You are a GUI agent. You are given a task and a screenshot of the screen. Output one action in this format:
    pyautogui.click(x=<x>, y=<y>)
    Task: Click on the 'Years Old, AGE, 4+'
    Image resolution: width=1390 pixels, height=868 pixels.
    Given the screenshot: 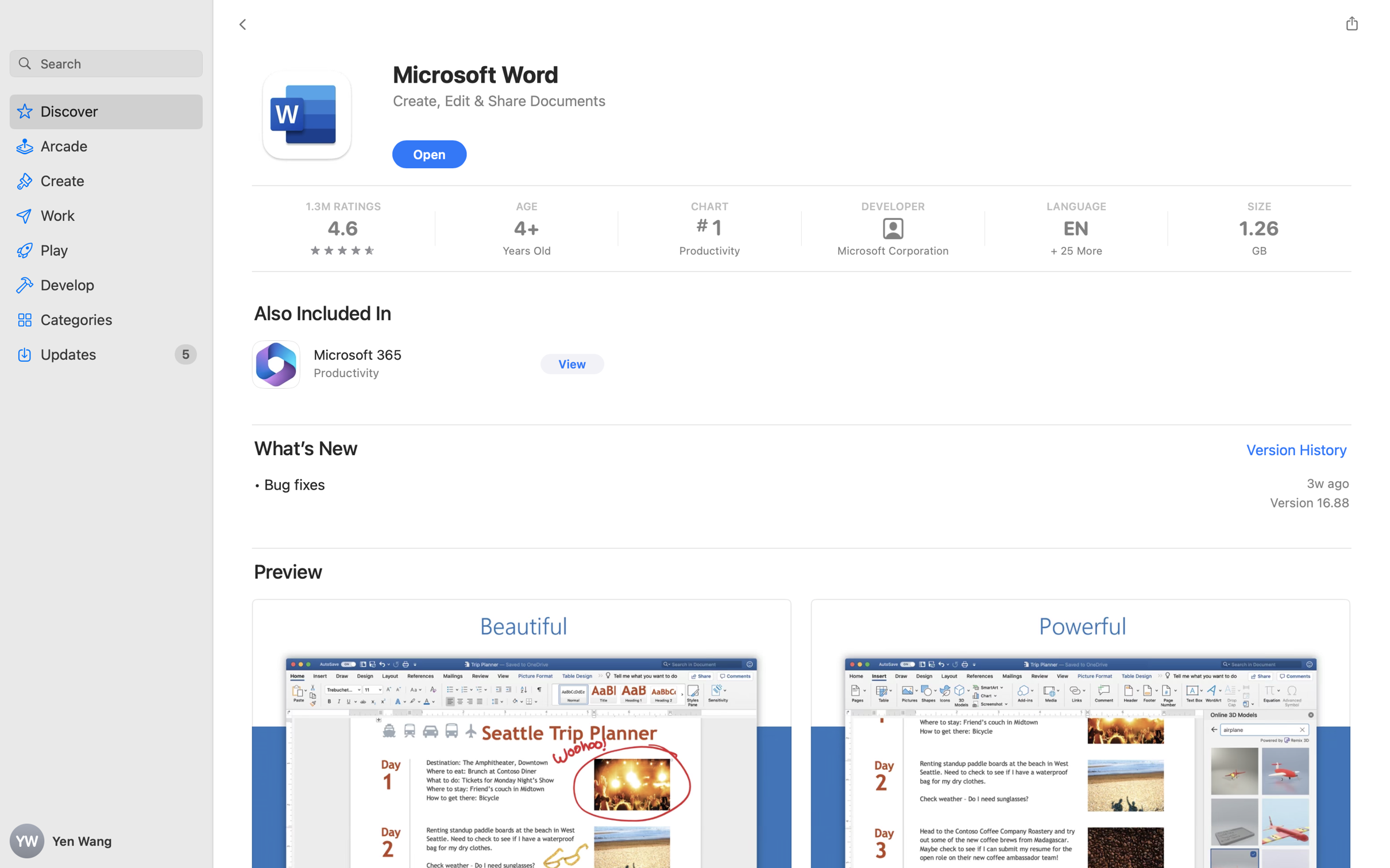 What is the action you would take?
    pyautogui.click(x=526, y=227)
    